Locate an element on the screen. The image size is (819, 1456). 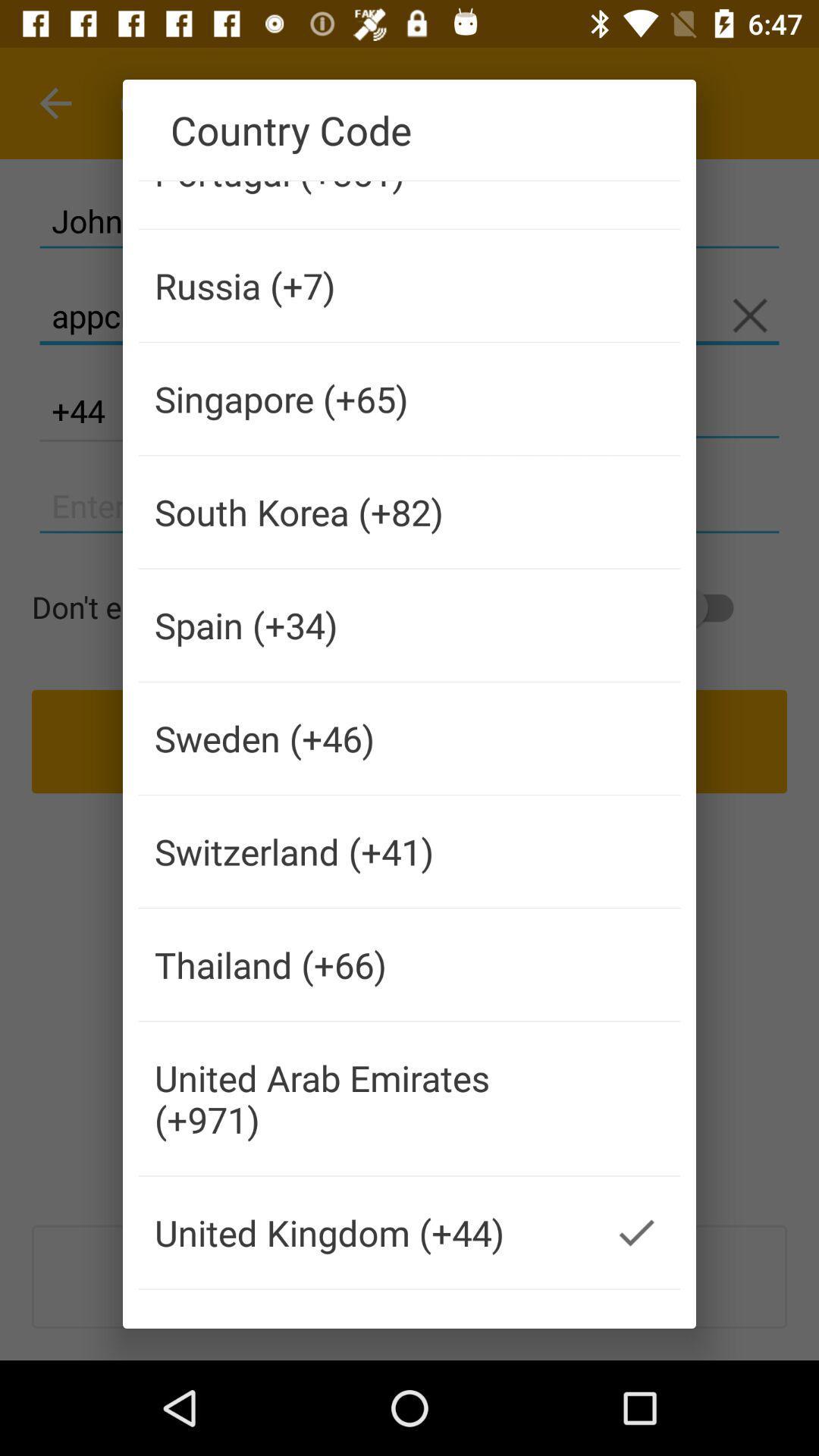
united arab emirates icon is located at coordinates (366, 1099).